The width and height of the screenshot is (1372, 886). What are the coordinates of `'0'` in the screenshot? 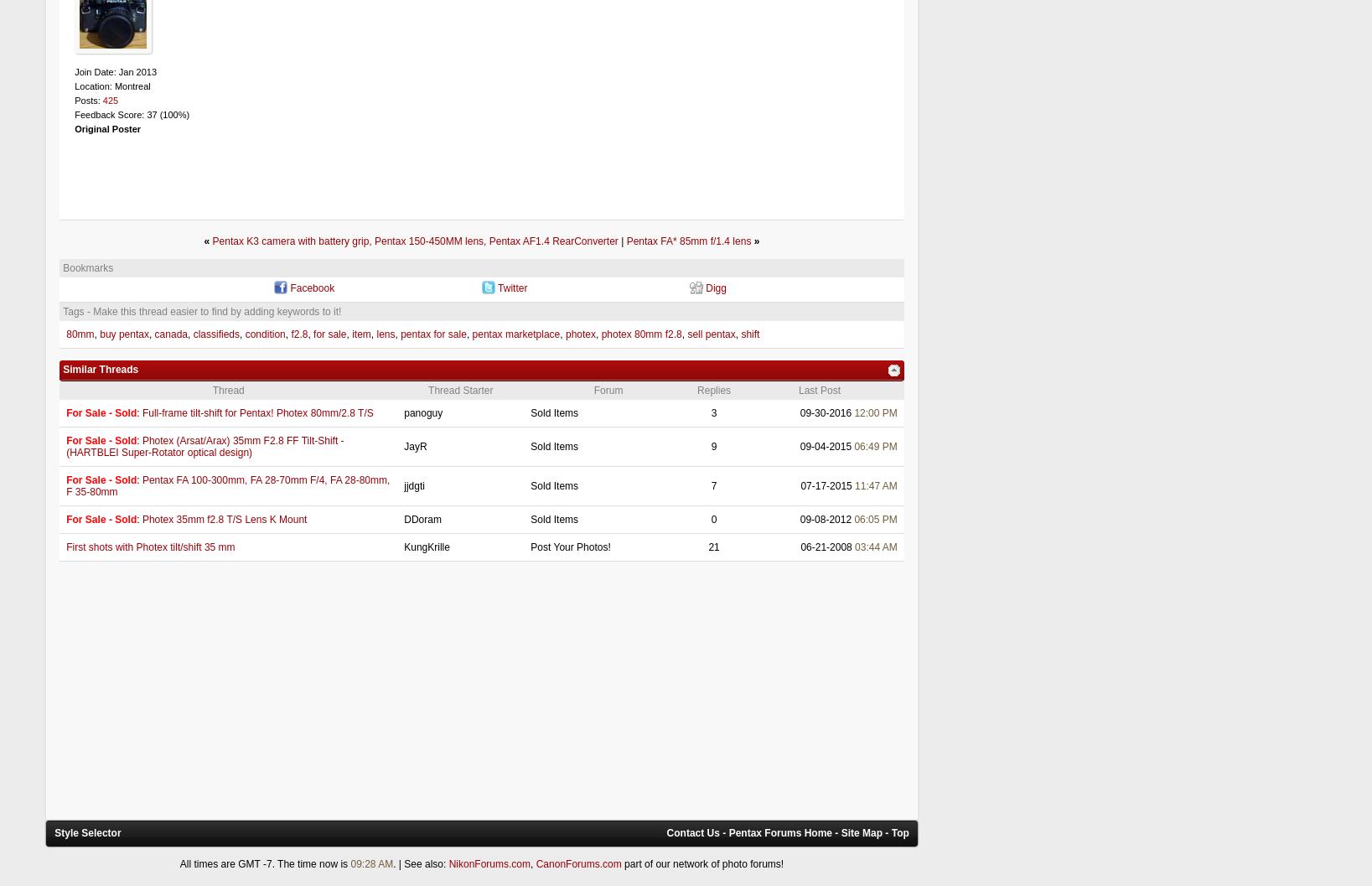 It's located at (710, 518).